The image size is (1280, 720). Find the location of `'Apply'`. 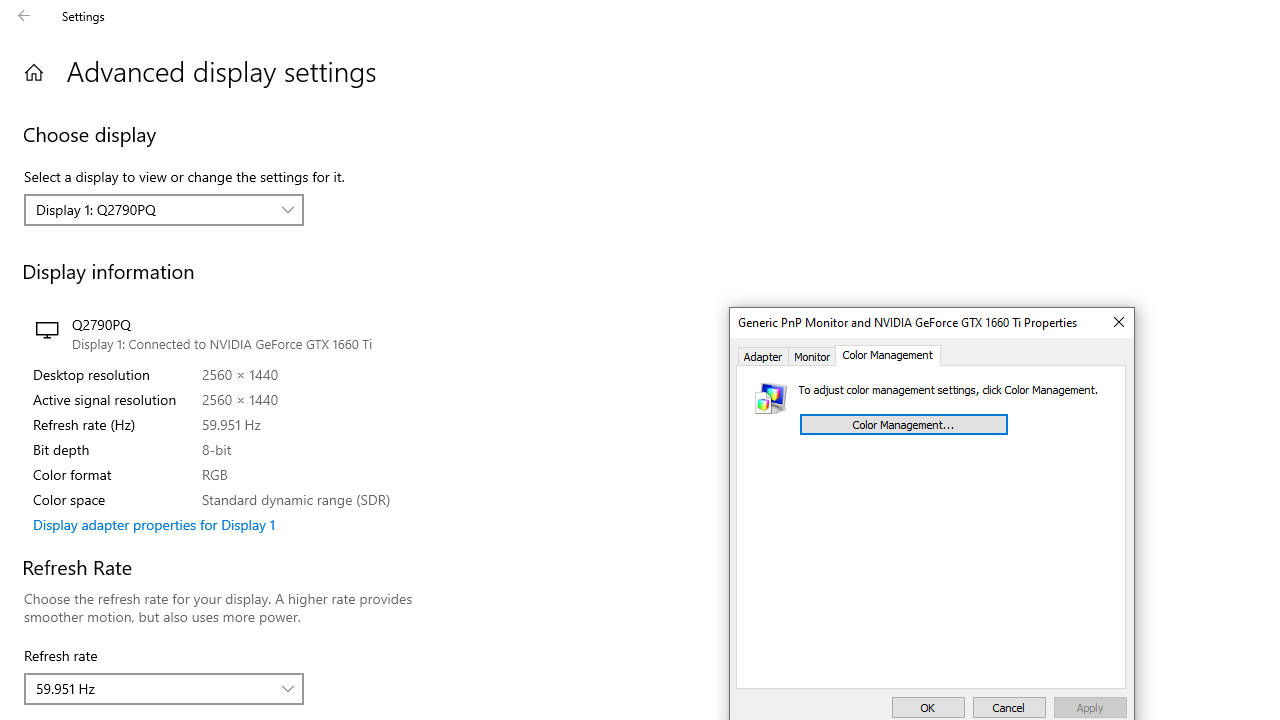

'Apply' is located at coordinates (1089, 706).